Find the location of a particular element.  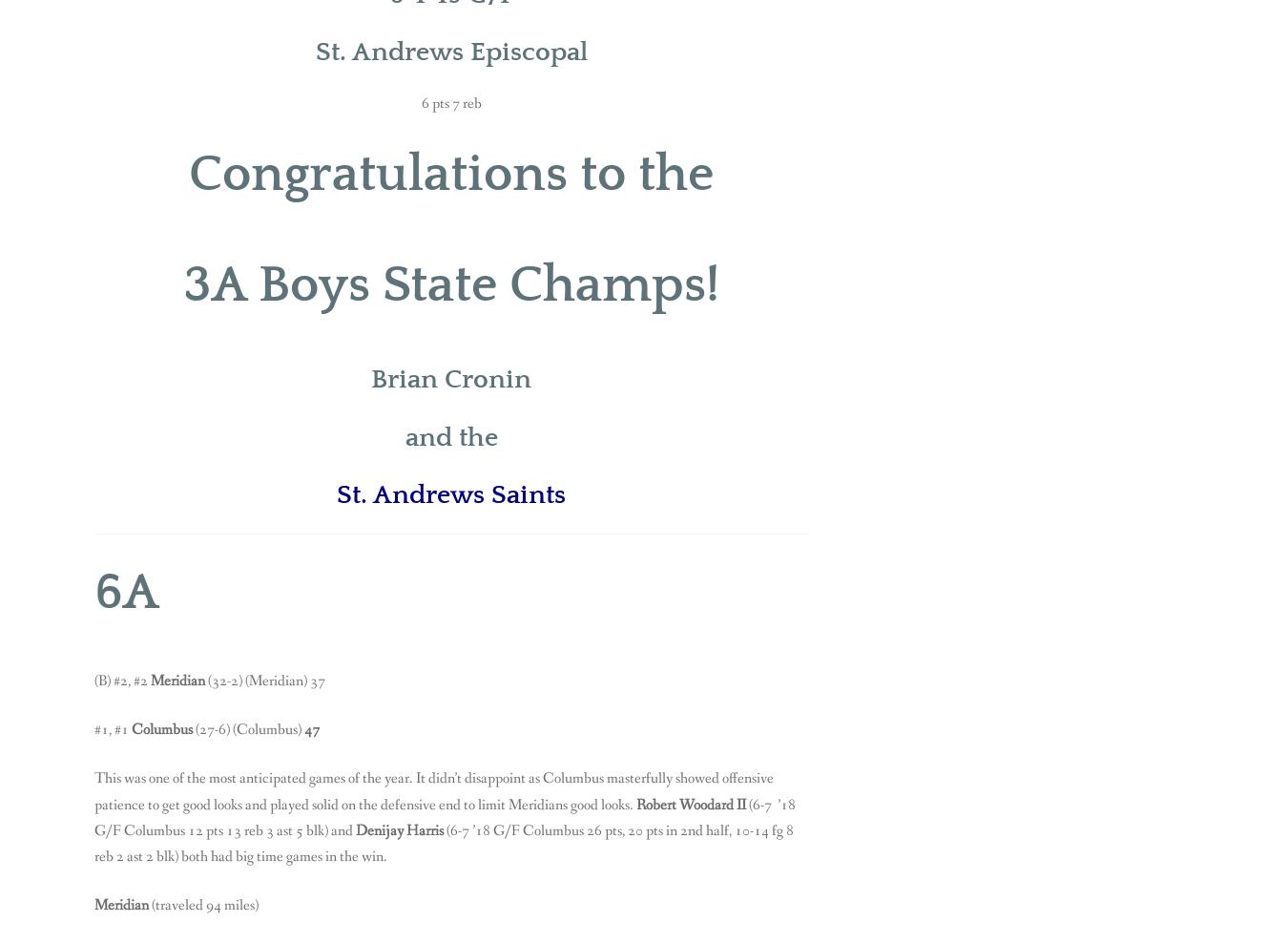

'Brian Cronin' is located at coordinates (450, 378).